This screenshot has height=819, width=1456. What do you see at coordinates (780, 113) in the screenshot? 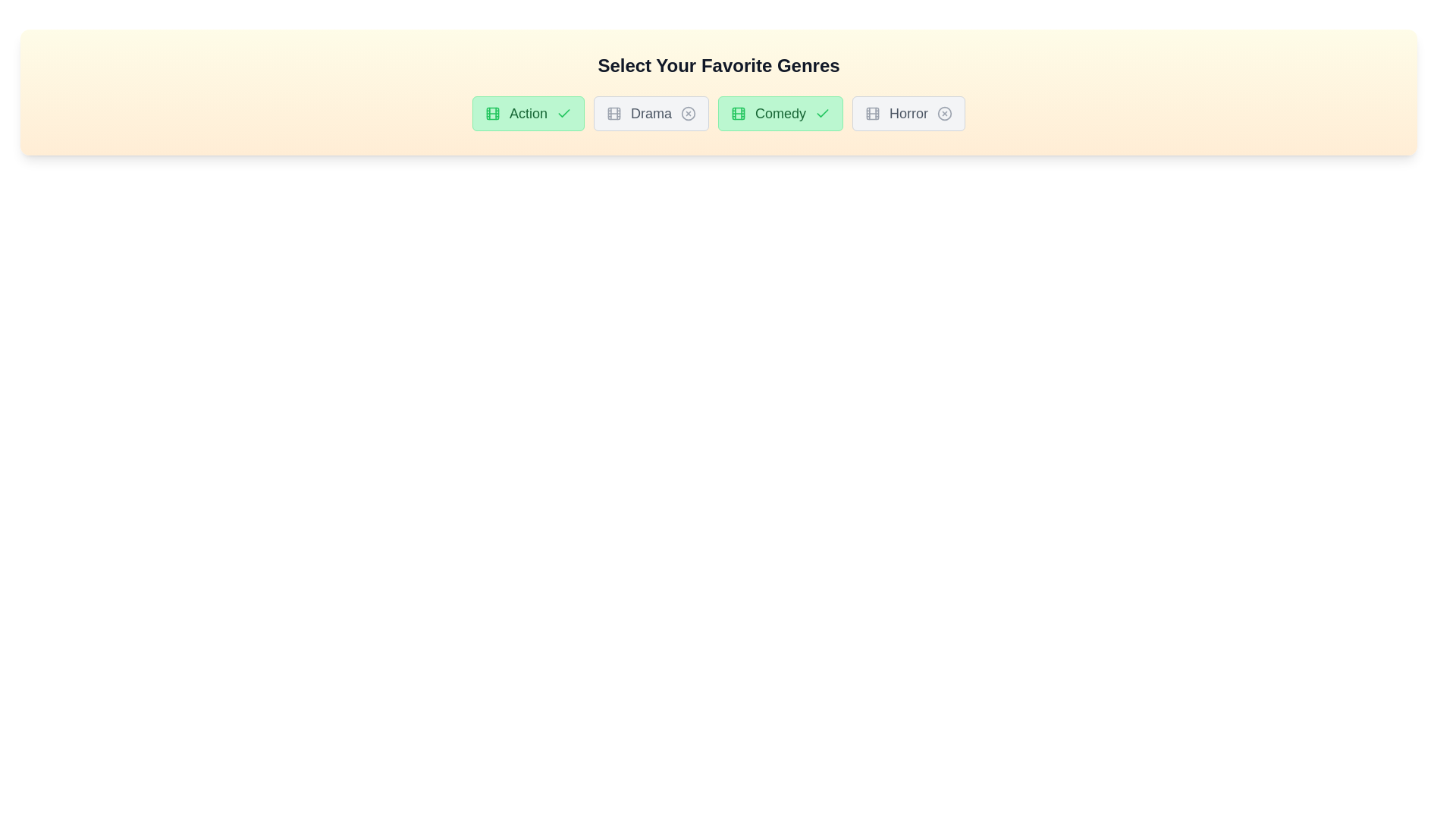
I see `the genre Comedy` at bounding box center [780, 113].